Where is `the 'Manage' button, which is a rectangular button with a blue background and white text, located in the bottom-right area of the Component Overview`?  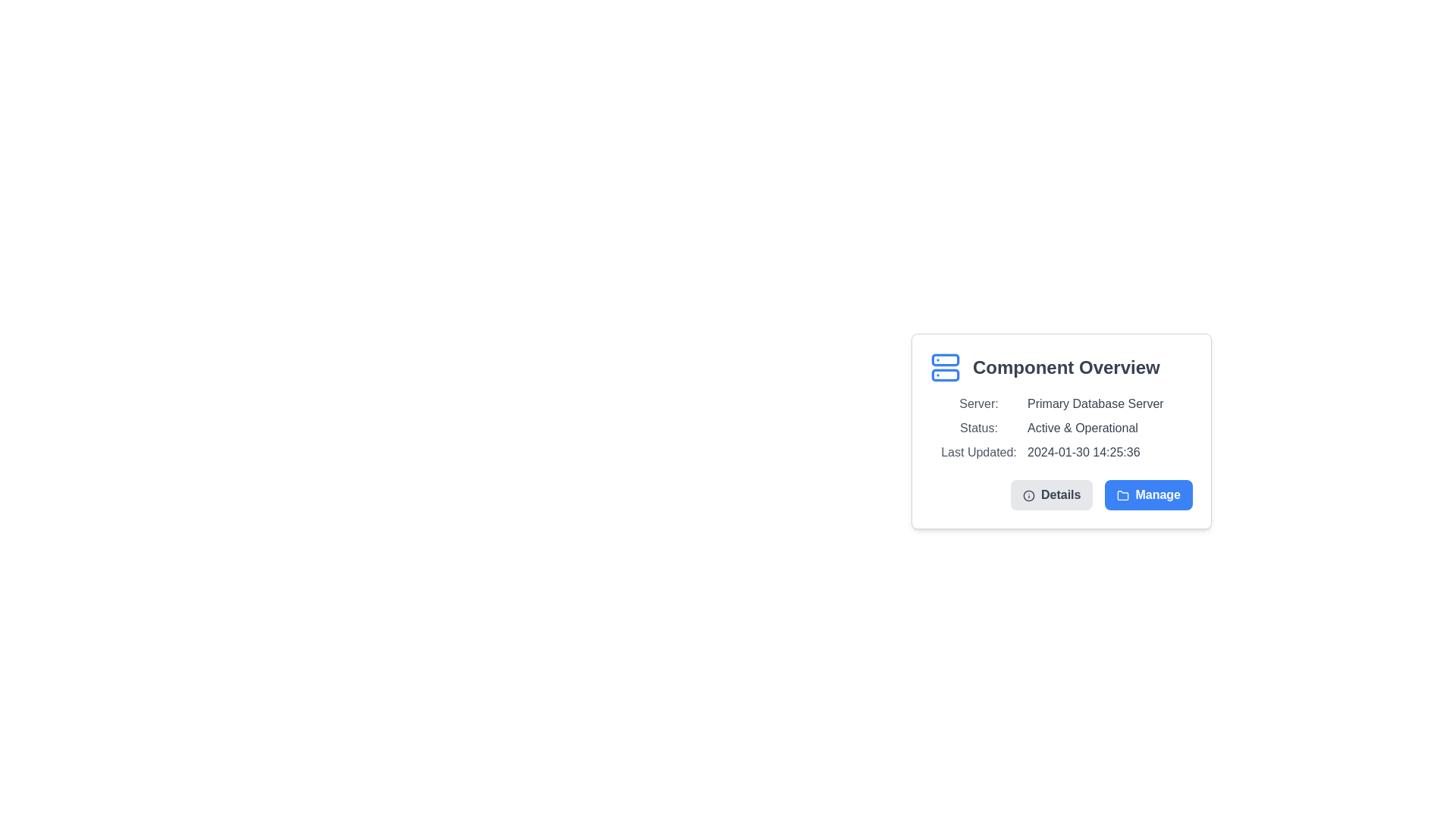 the 'Manage' button, which is a rectangular button with a blue background and white text, located in the bottom-right area of the Component Overview is located at coordinates (1149, 494).